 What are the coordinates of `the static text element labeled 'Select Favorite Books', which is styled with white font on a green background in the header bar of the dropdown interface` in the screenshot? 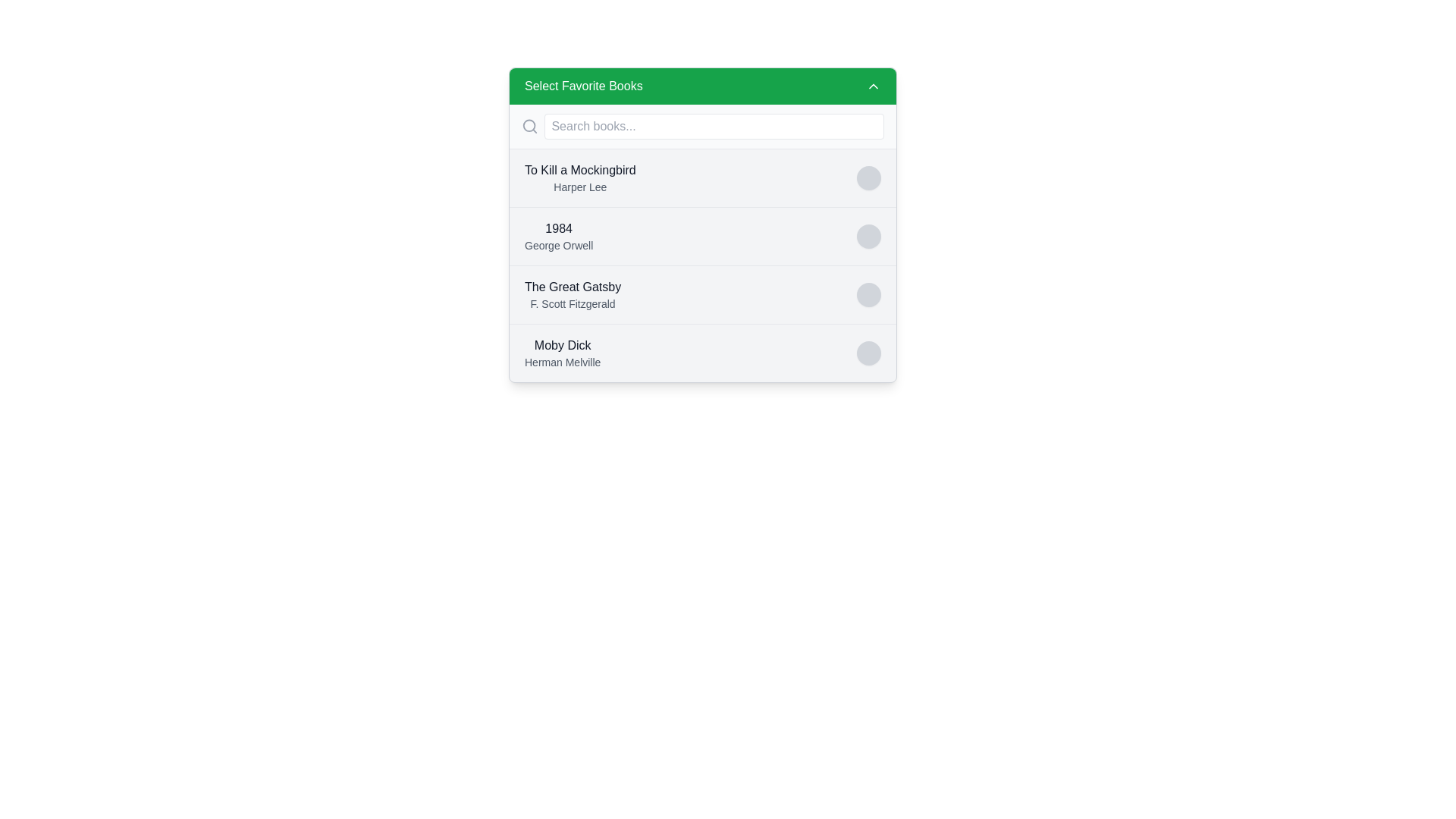 It's located at (582, 86).